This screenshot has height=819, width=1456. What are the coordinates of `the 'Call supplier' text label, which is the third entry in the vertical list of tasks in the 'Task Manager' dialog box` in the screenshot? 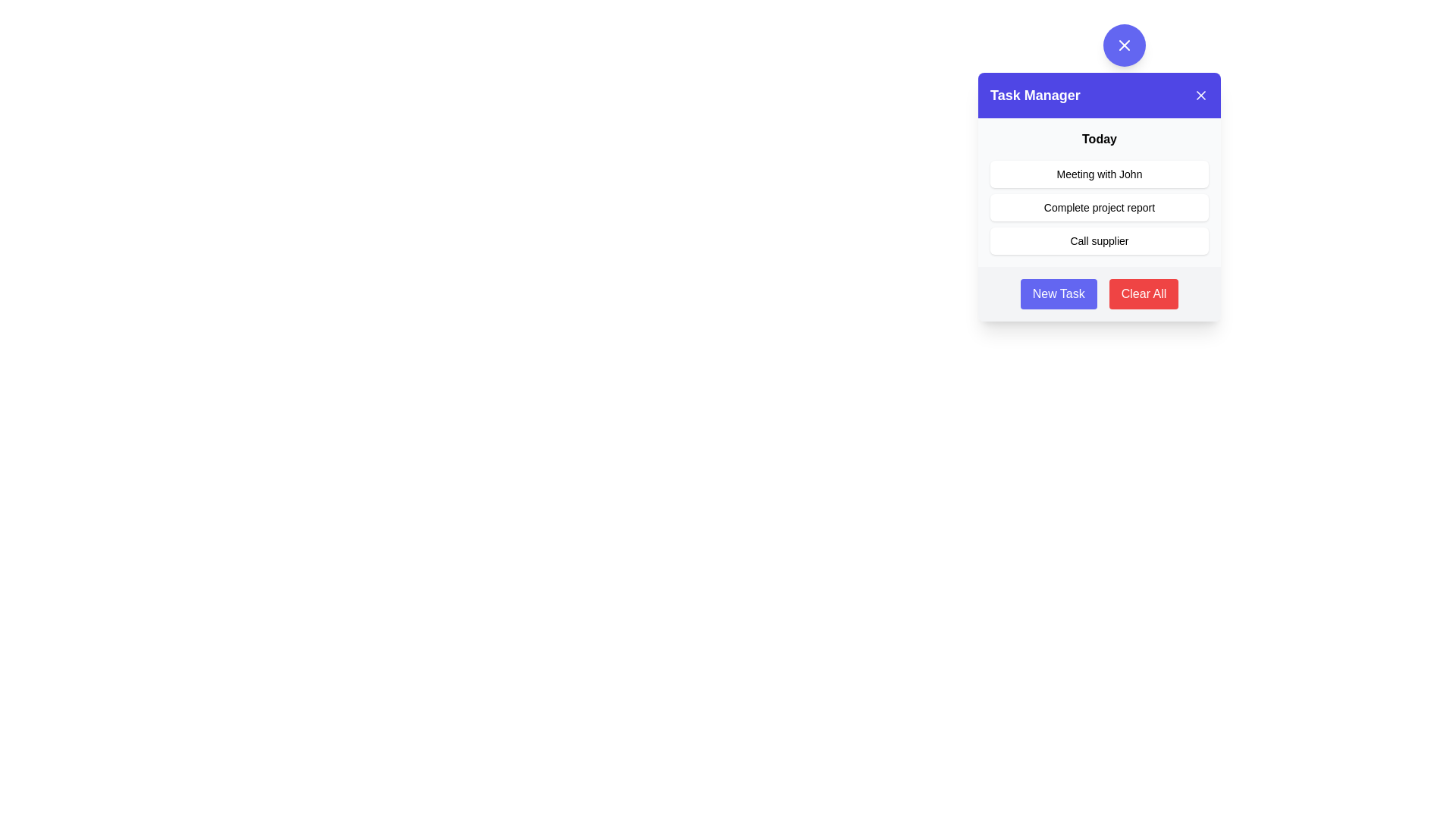 It's located at (1099, 240).